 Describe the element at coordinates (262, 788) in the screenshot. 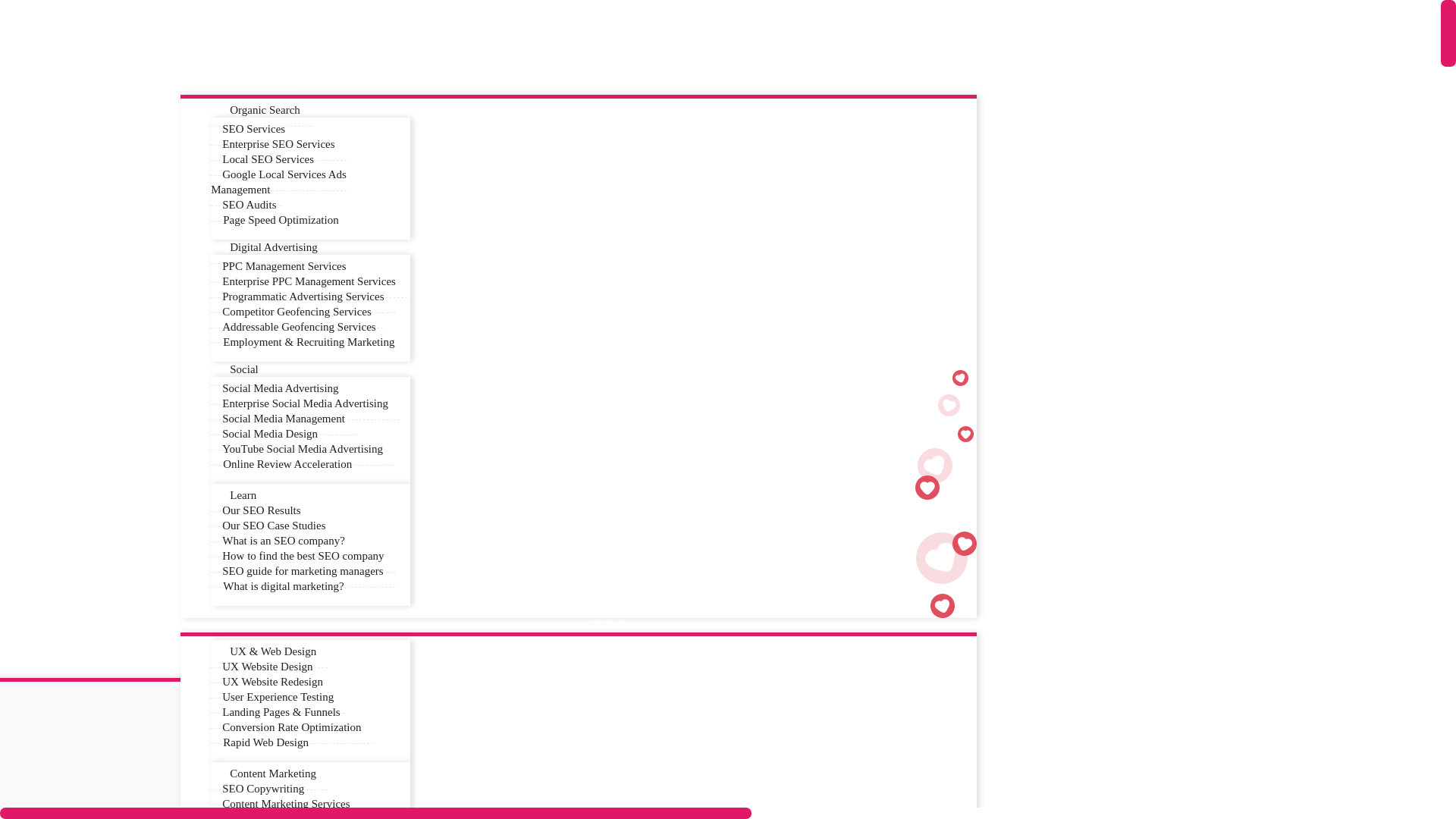

I see `'SEO Copywriting'` at that location.